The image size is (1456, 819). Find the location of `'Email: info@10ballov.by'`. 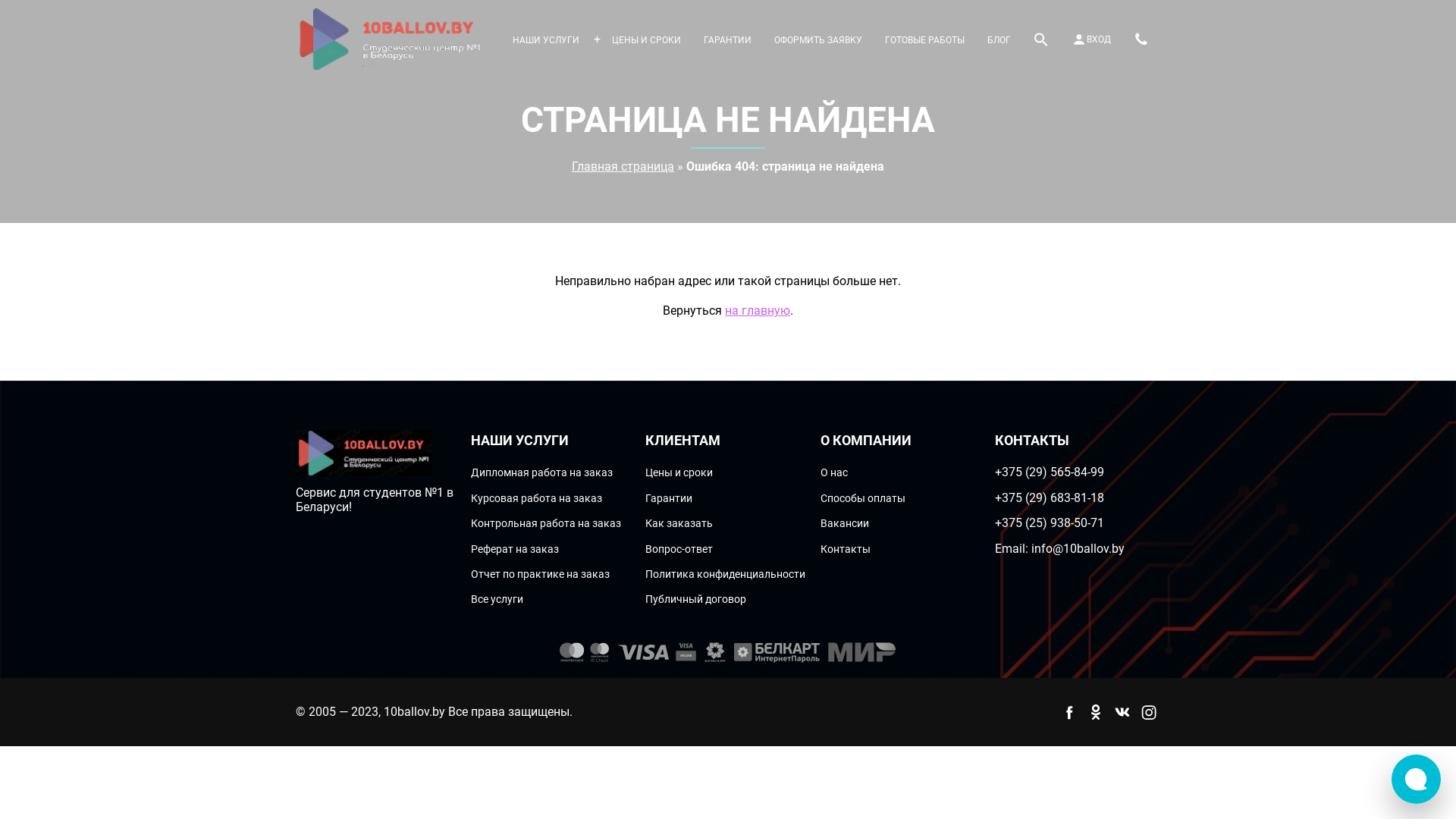

'Email: info@10ballov.by' is located at coordinates (994, 548).